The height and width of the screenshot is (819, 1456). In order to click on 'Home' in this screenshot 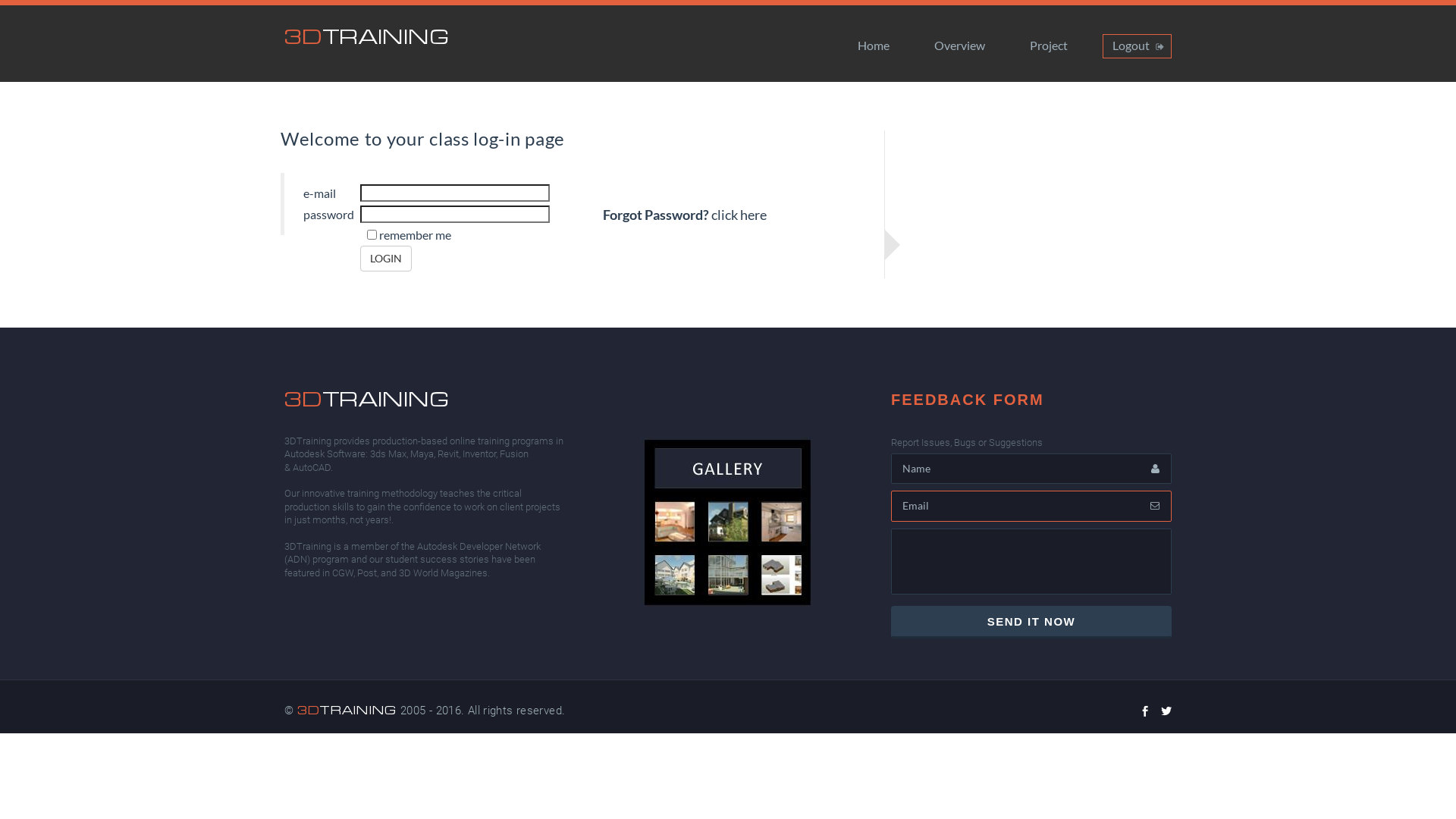, I will do `click(874, 45)`.